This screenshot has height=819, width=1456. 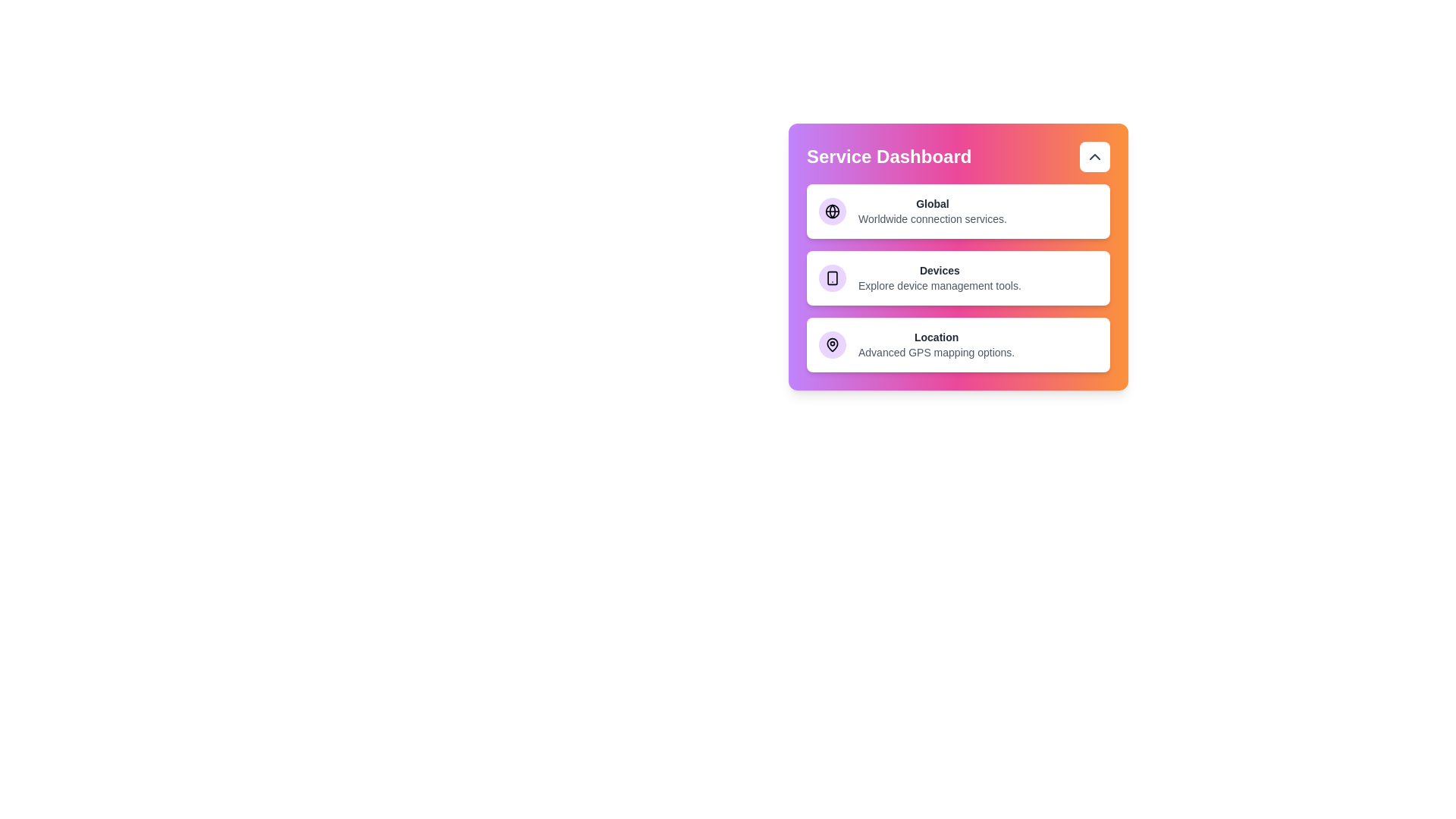 What do you see at coordinates (832, 278) in the screenshot?
I see `the icon associated with the Devices service card` at bounding box center [832, 278].